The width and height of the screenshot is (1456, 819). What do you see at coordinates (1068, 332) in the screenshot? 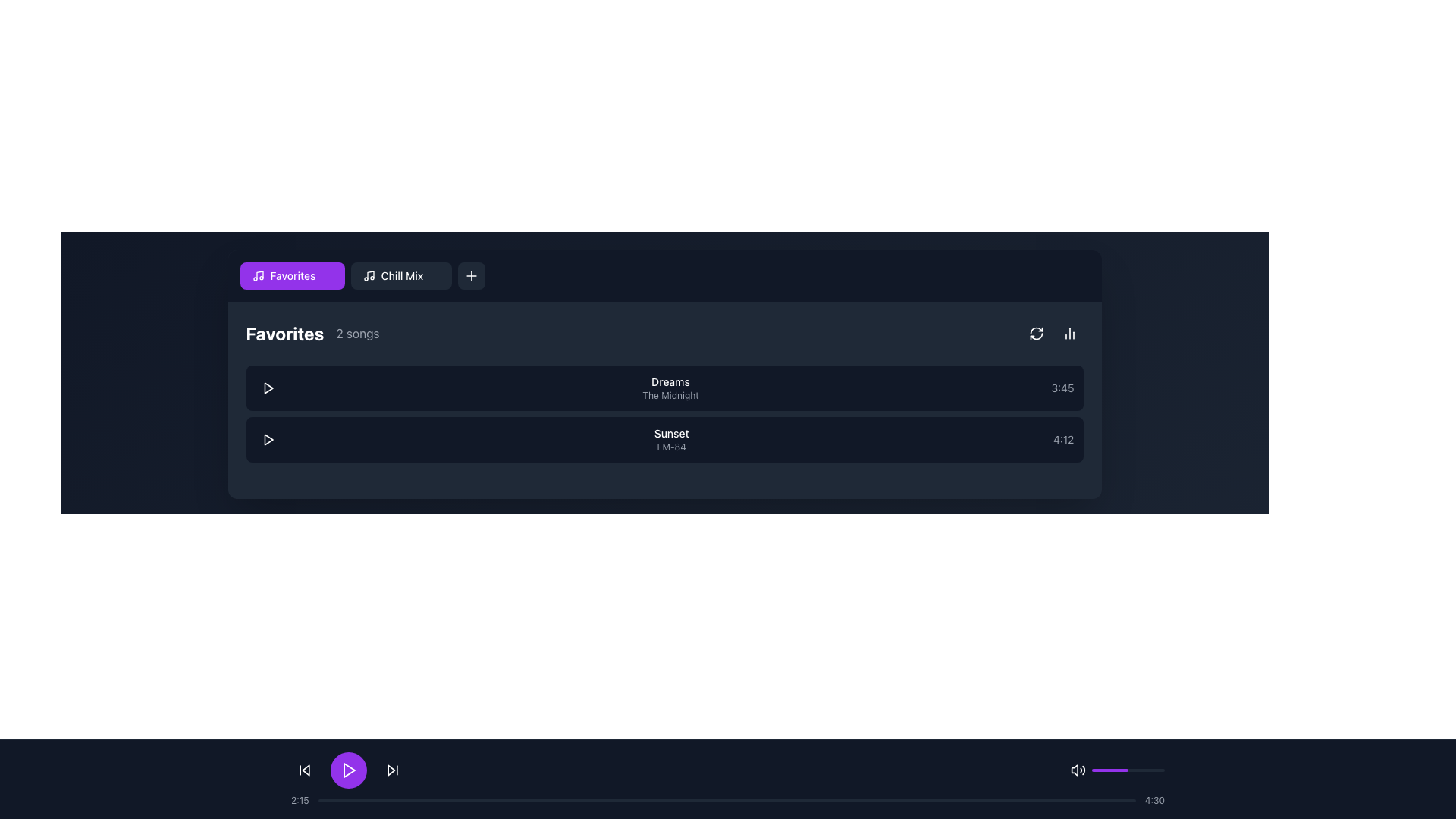
I see `the circular button with a dark background and a column chart icon, located to the right of the refresh icon button in the header section of the playlist interface` at bounding box center [1068, 332].